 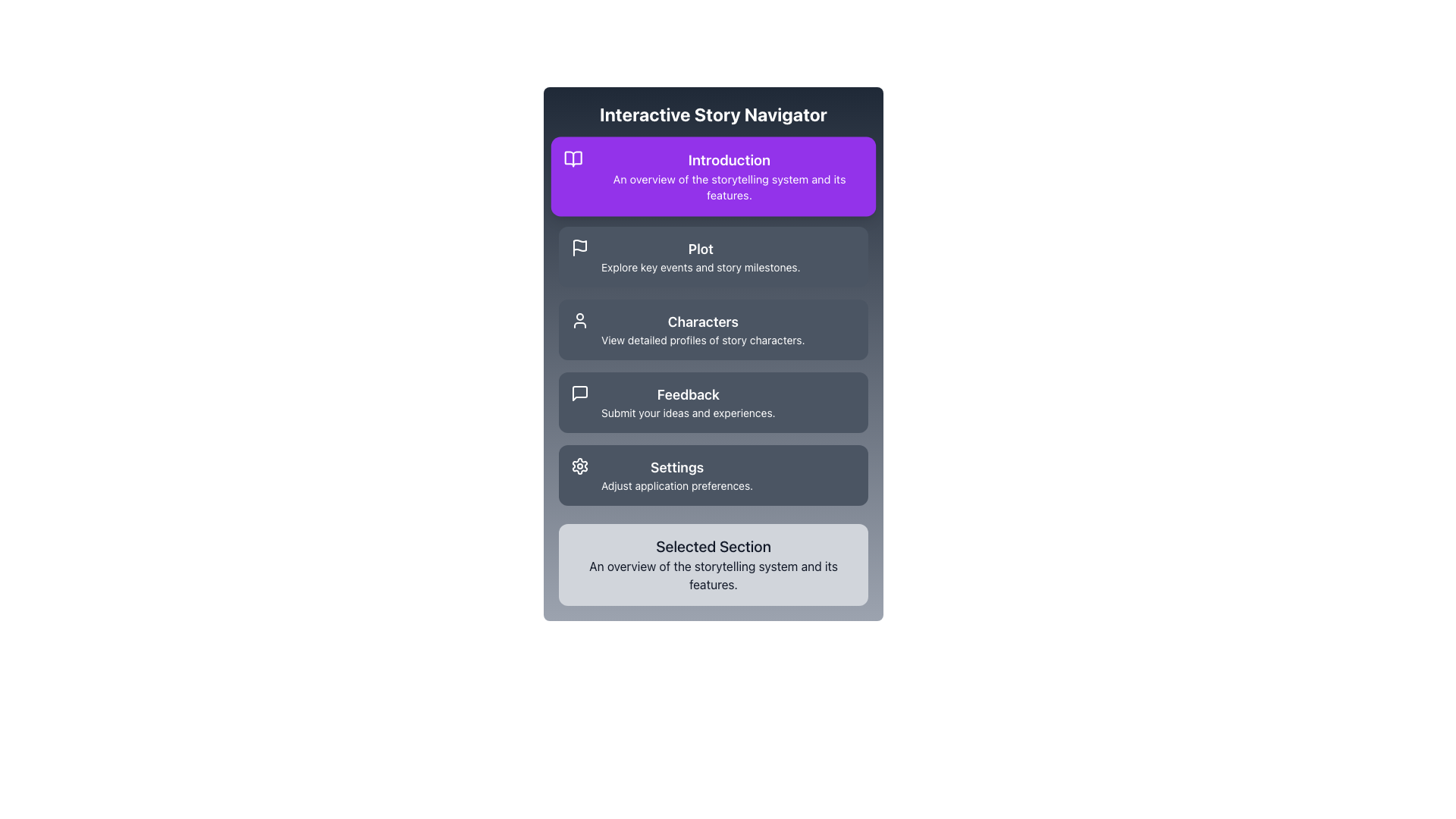 I want to click on the settings icon located on the left side of the associated text, which leads to application preferences or configuration options, so click(x=579, y=465).